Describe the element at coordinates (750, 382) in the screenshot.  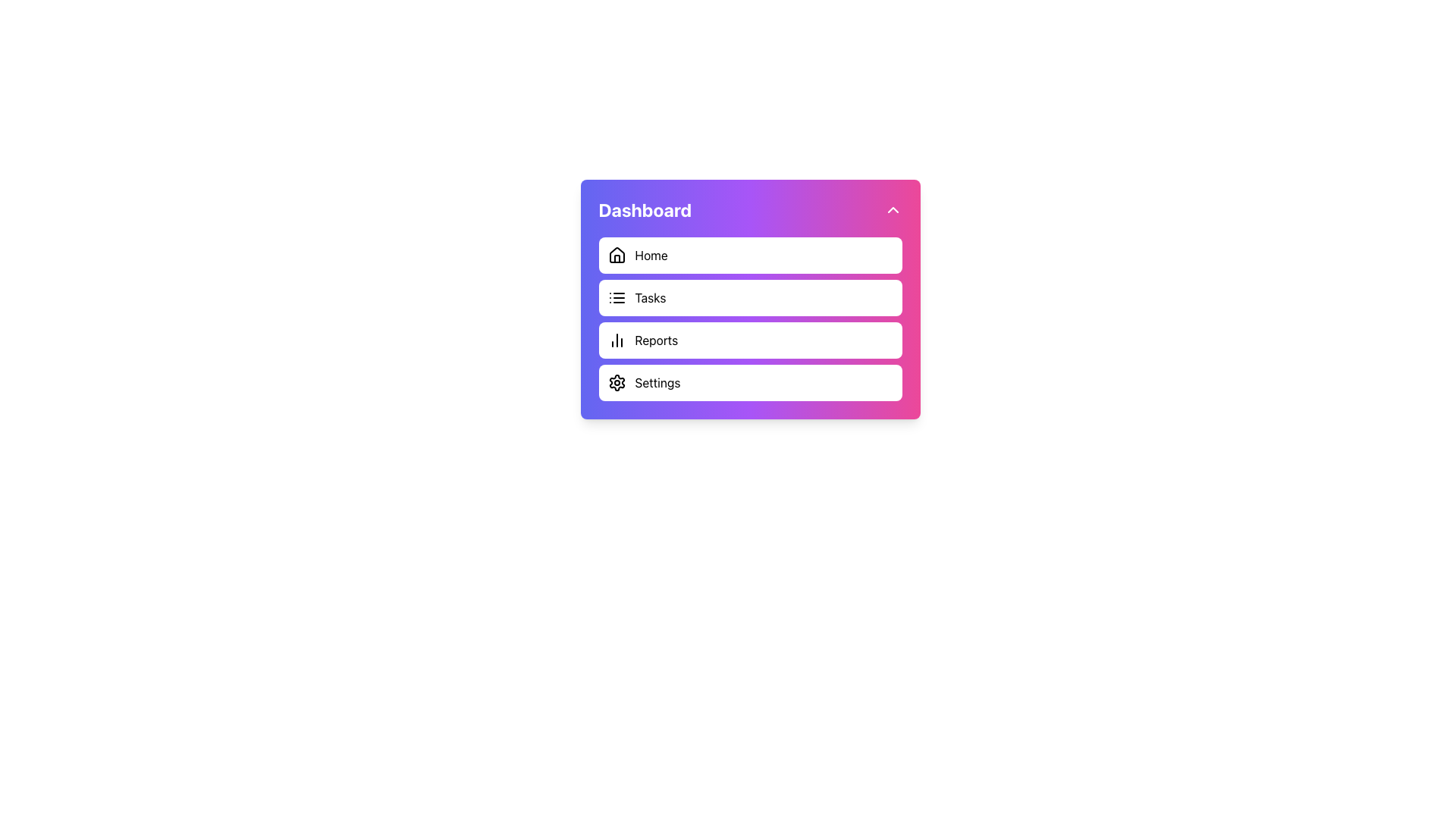
I see `the 'Settings' button, which is a rectangular menu item with rounded corners, located in the 'Dashboard' panel` at that location.